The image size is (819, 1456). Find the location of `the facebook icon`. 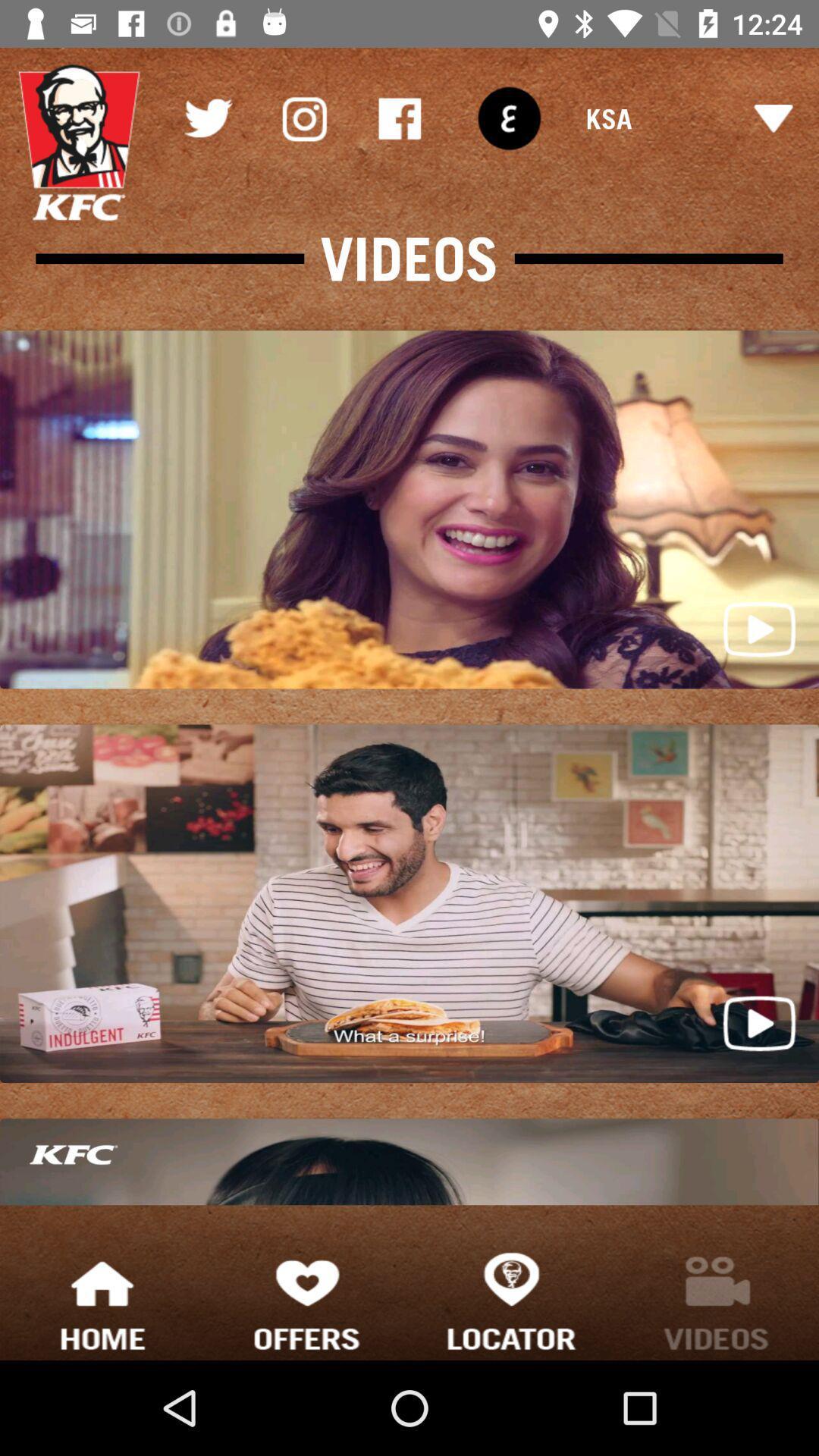

the facebook icon is located at coordinates (399, 118).